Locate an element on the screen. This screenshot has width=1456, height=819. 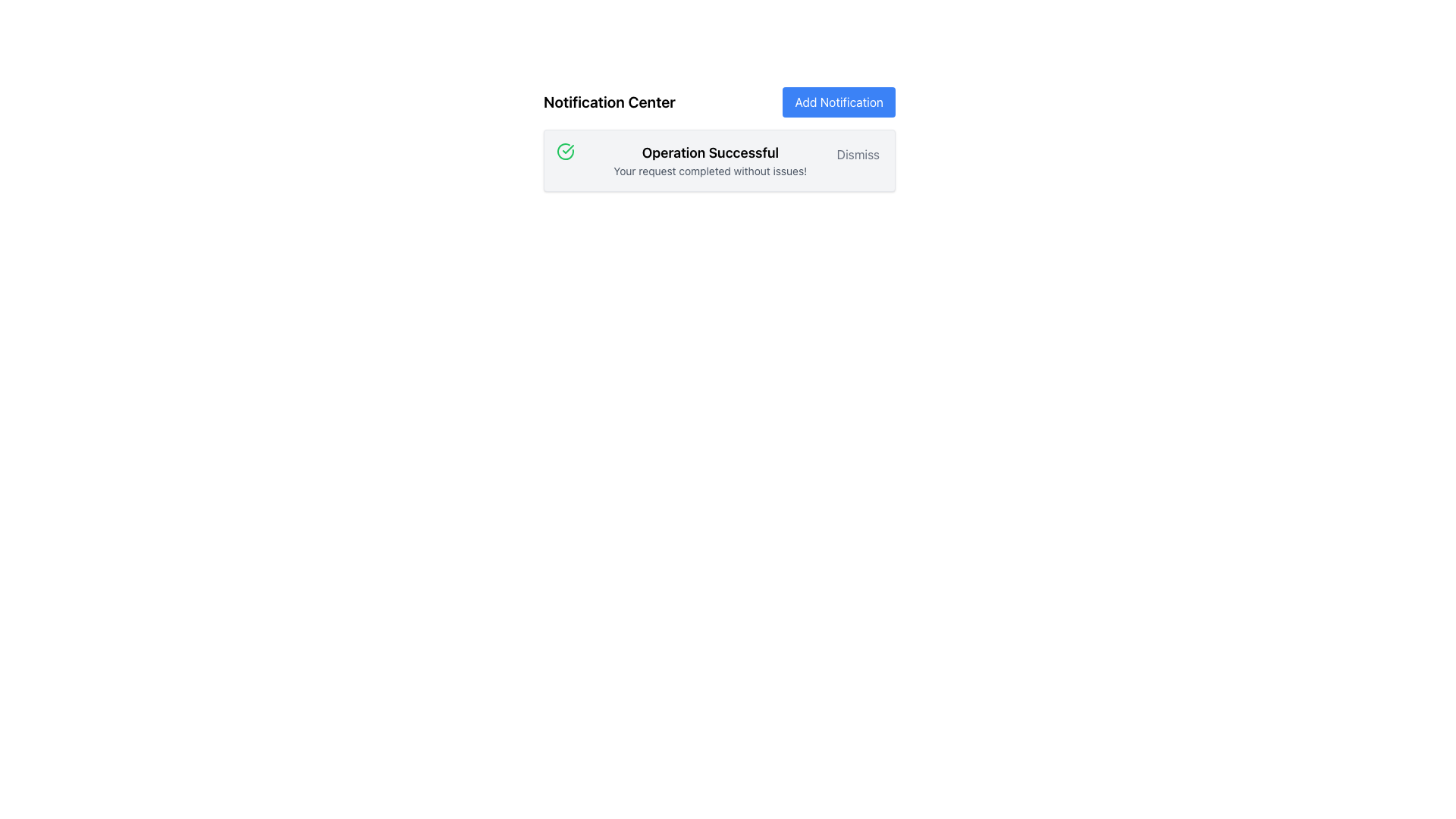
the bold text element that reads 'Operation Successful', prominently displayed at the top of the notification card is located at coordinates (709, 152).